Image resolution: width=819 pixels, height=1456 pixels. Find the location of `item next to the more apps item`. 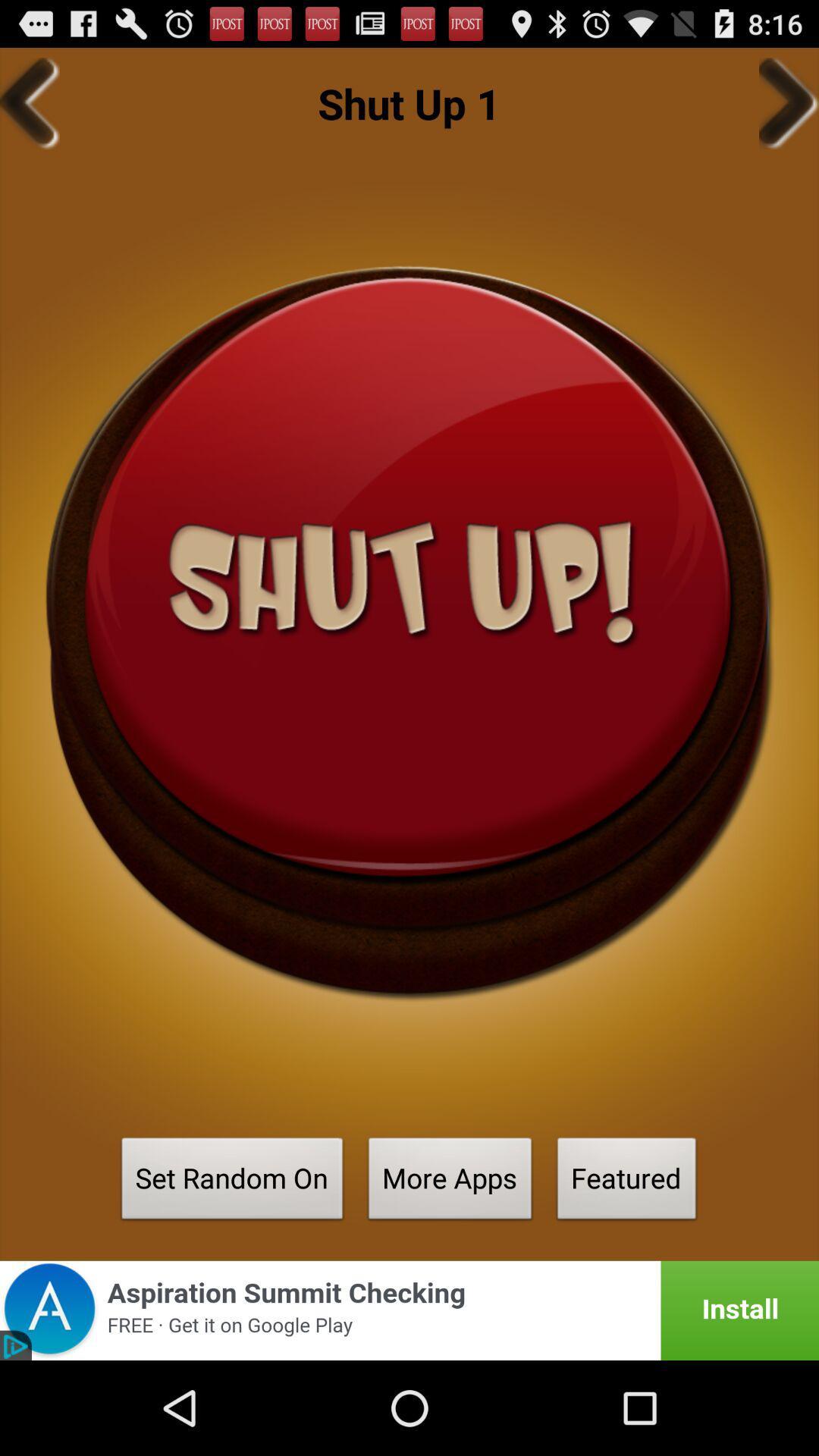

item next to the more apps item is located at coordinates (626, 1182).